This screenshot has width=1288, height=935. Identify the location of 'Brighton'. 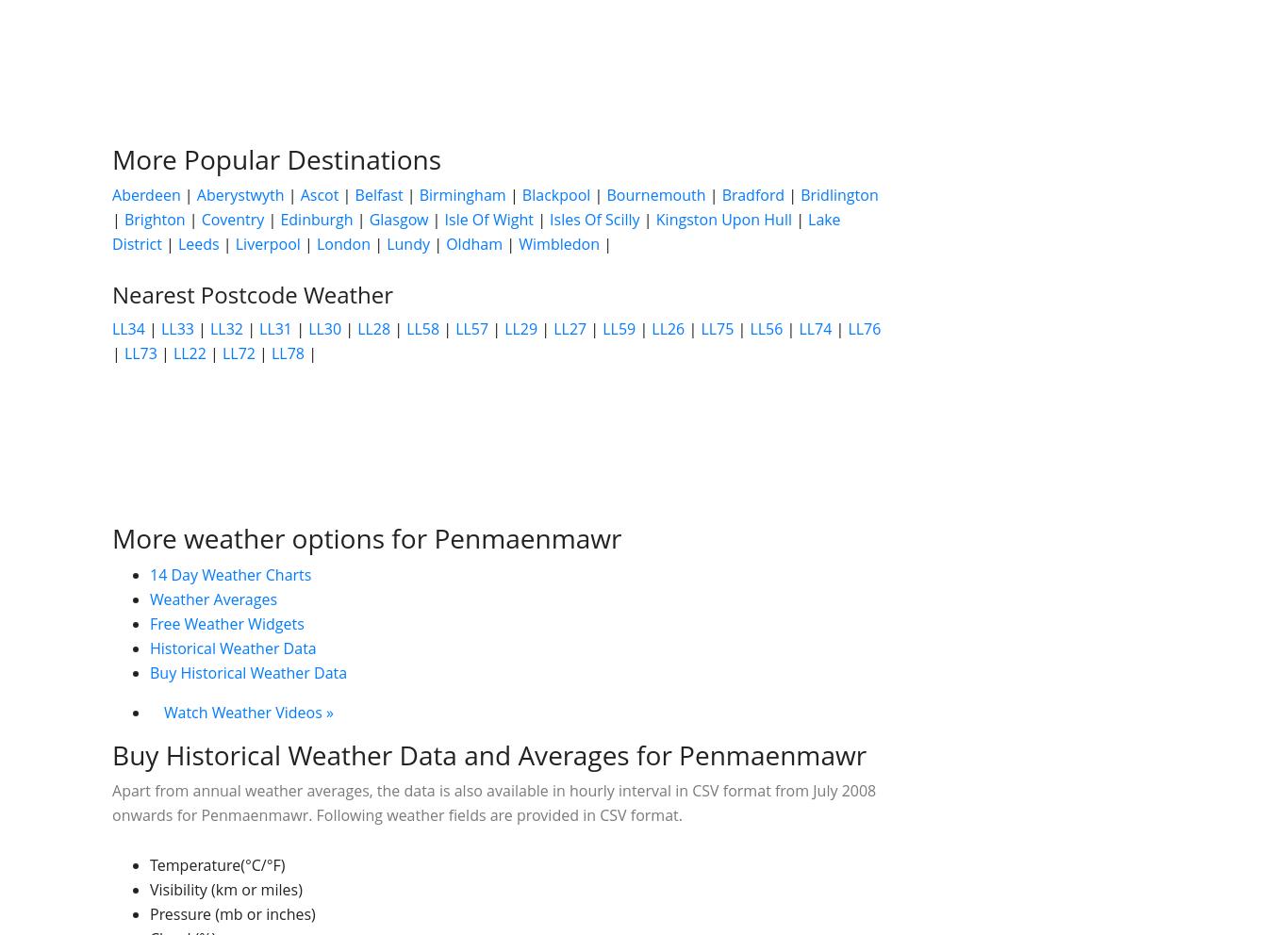
(122, 220).